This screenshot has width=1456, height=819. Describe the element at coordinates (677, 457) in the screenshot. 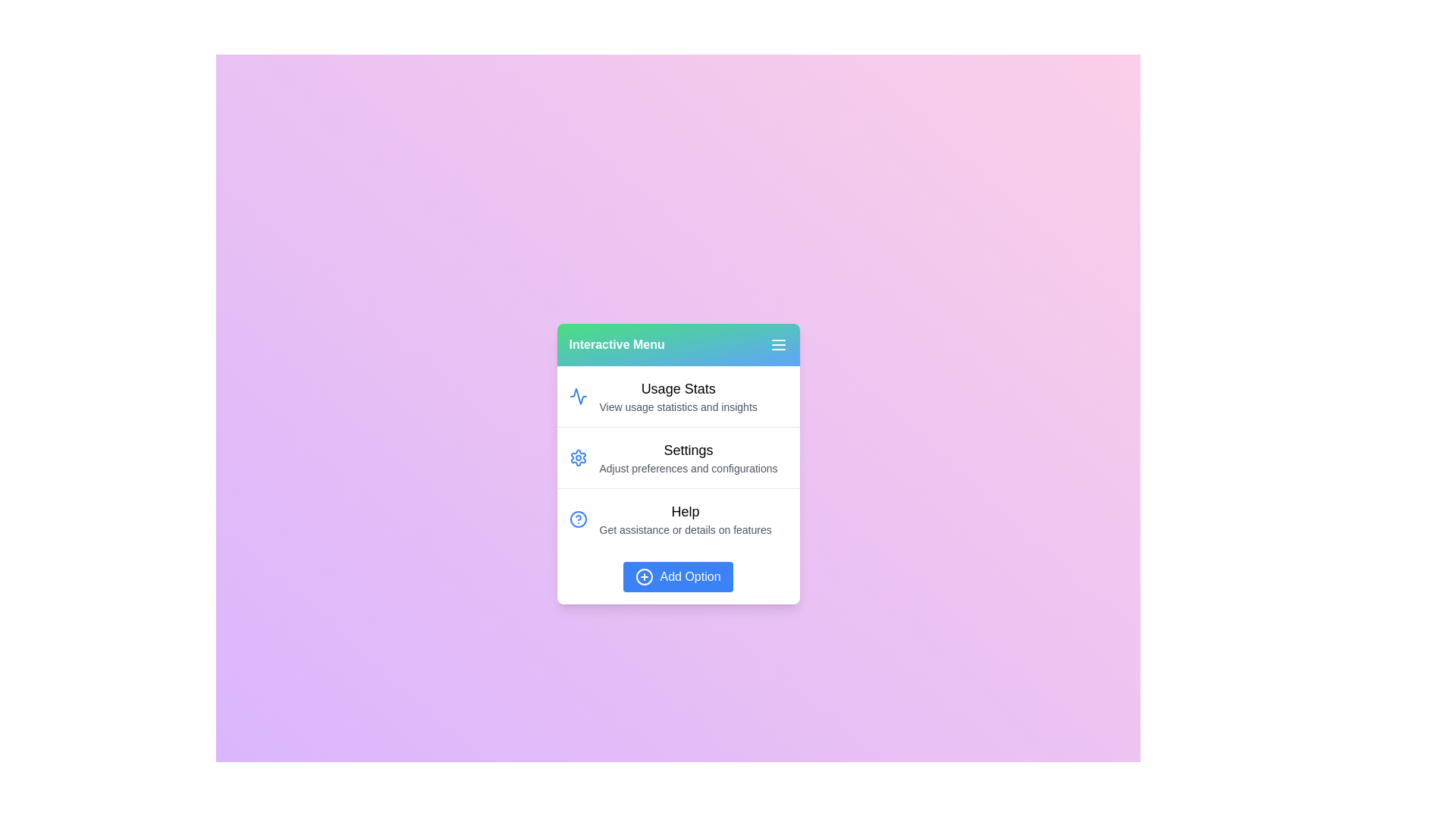

I see `the menu item Settings to highlight it` at that location.